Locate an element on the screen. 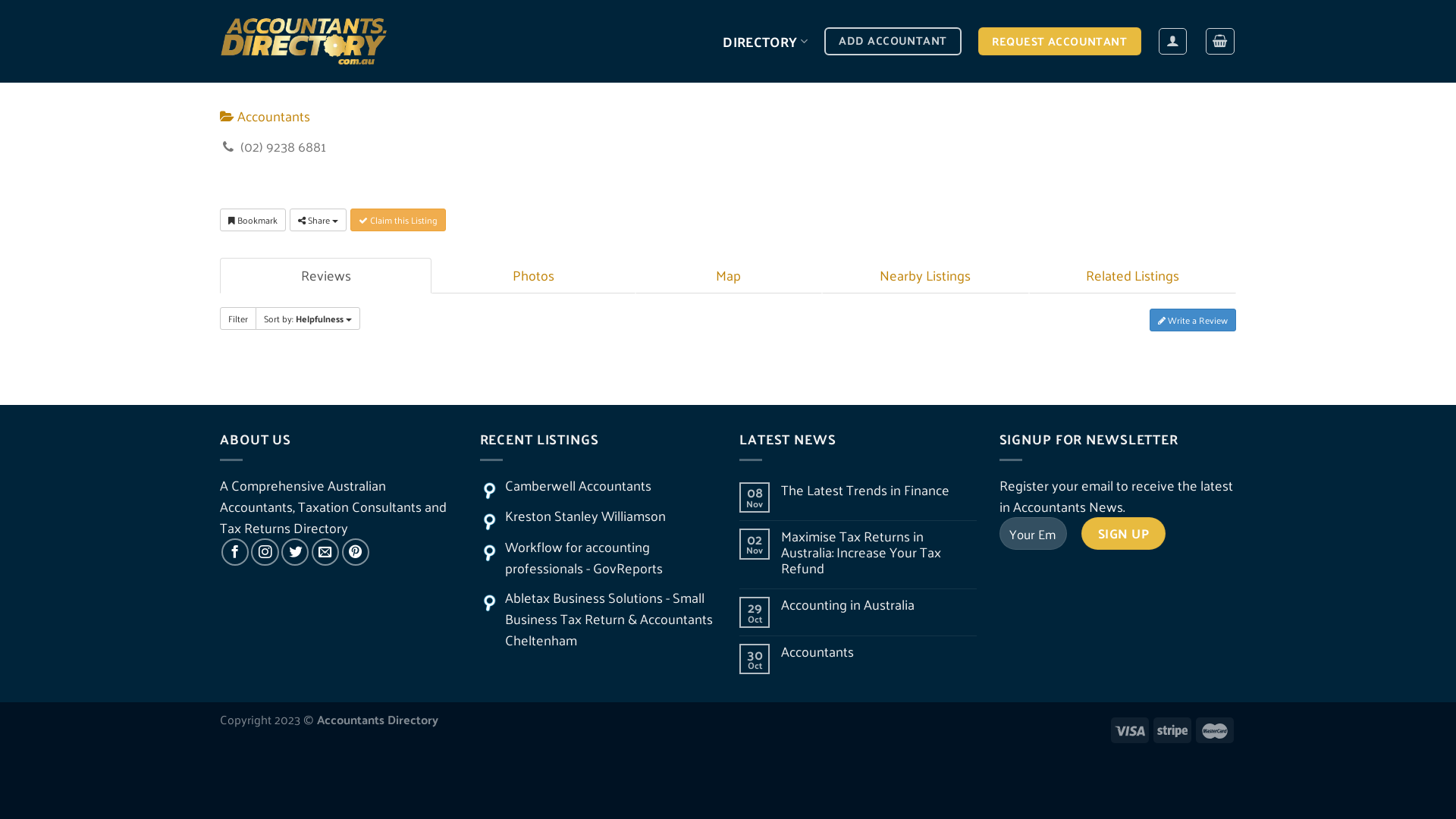  'Photos' is located at coordinates (532, 275).